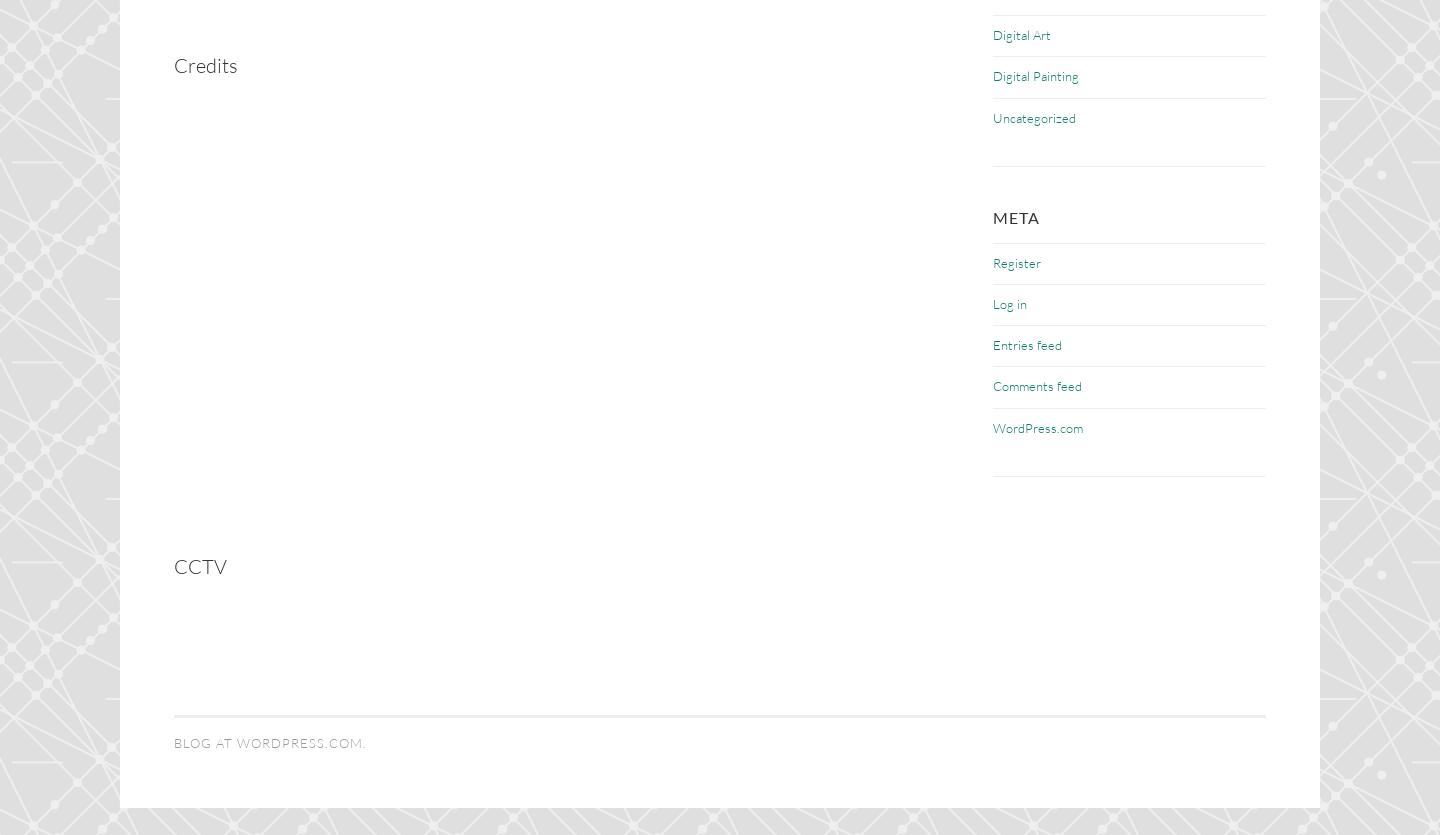 Image resolution: width=1440 pixels, height=835 pixels. I want to click on 'Digital Art', so click(992, 34).